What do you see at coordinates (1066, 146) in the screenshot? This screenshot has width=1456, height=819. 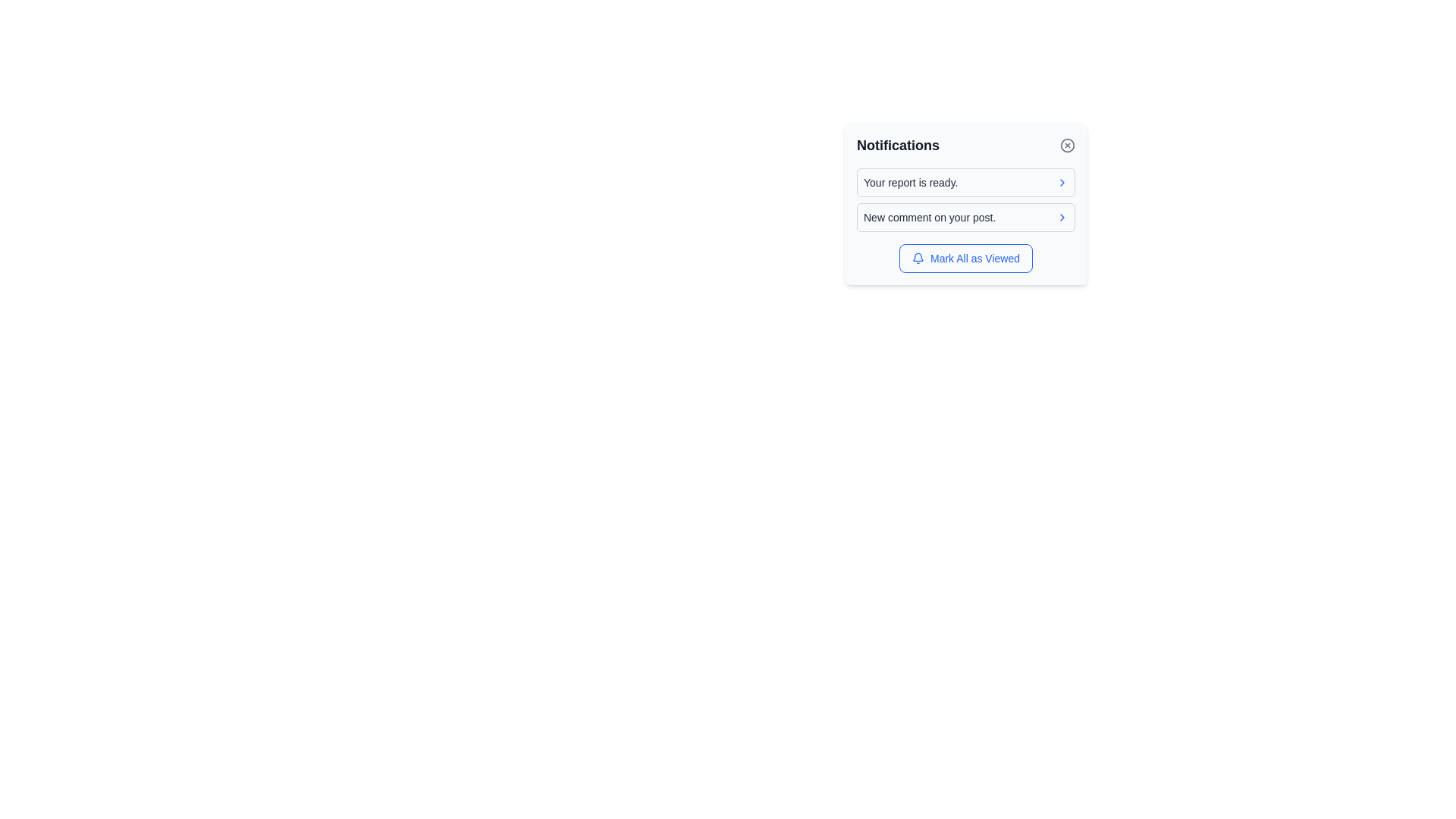 I see `the circular part of the SVG close icon located in the top-right corner of the notification dialog box` at bounding box center [1066, 146].